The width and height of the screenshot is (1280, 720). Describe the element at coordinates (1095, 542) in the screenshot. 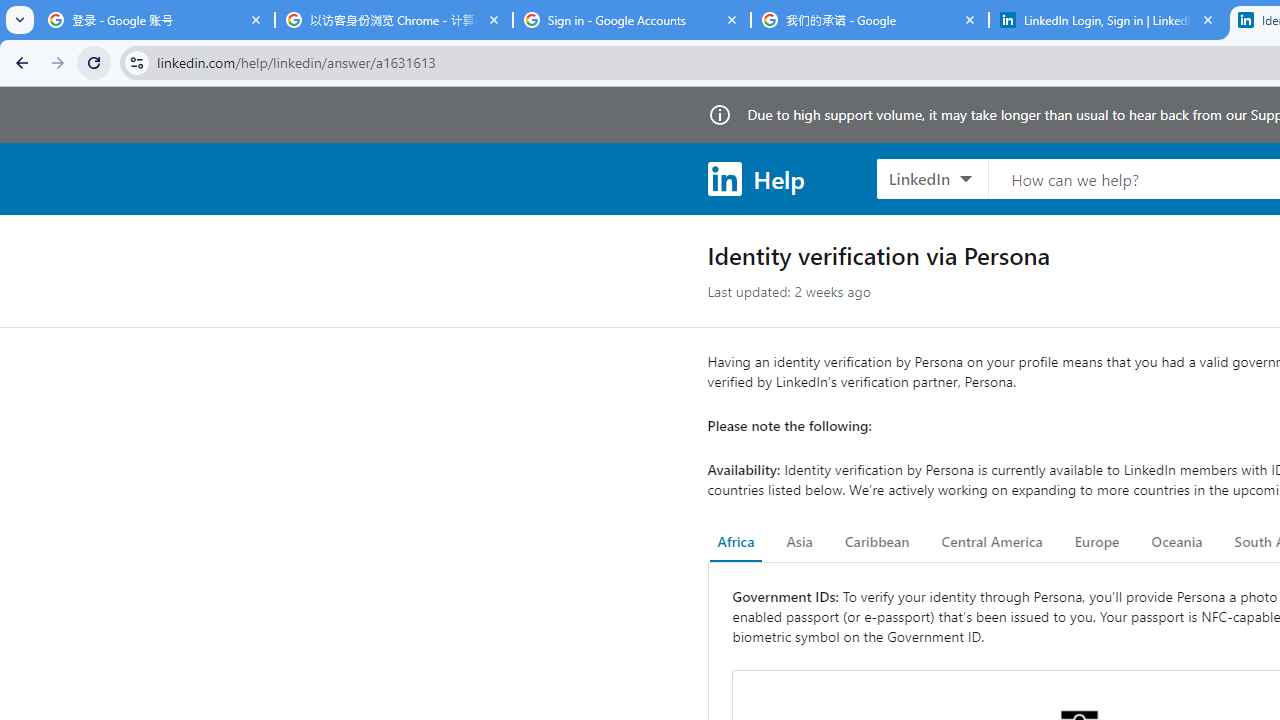

I see `'Europe'` at that location.